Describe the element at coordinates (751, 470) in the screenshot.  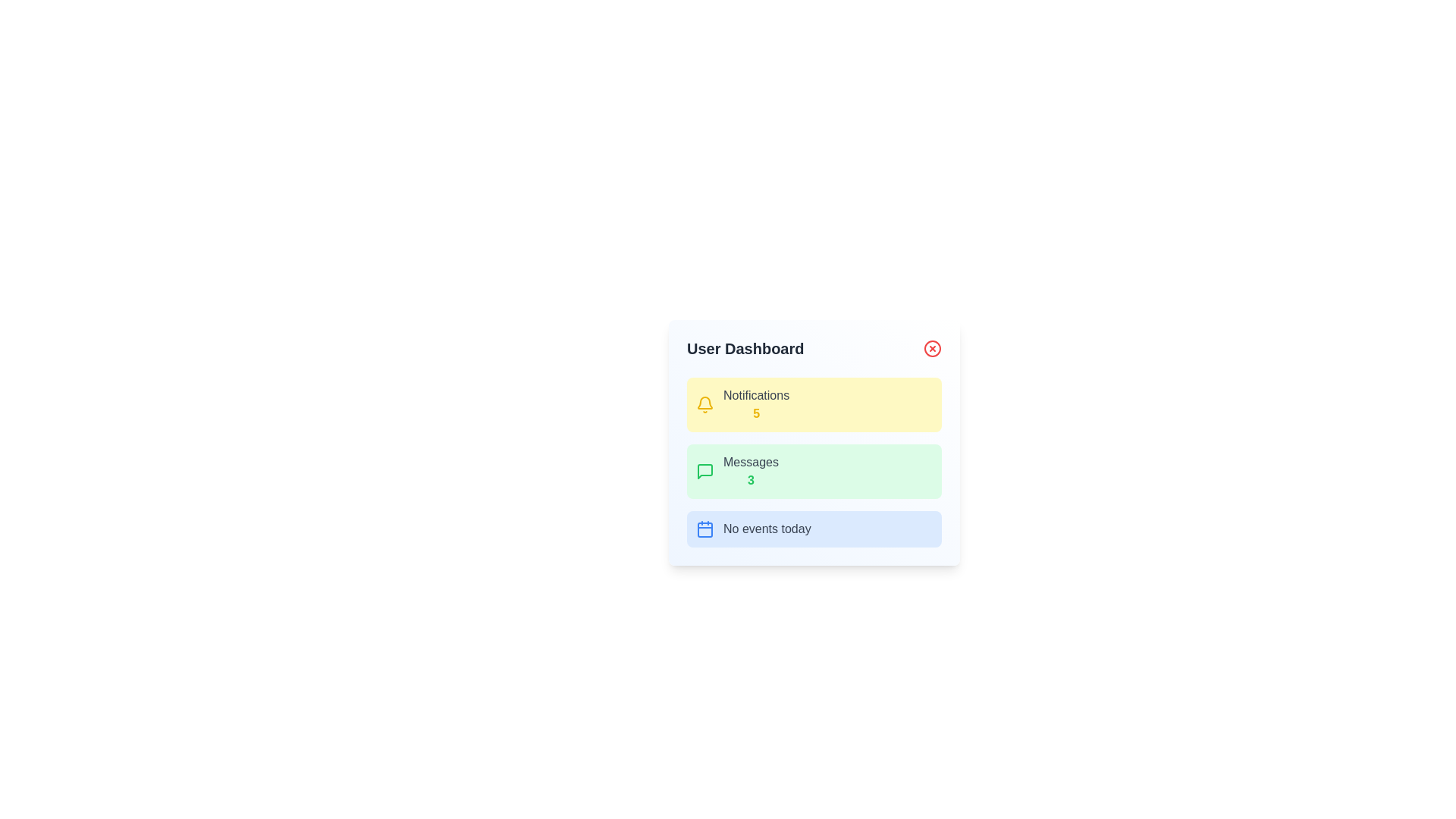
I see `the 'Messages' informational text displaying the count '3' in the second card of the 'User Dashboard'` at that location.